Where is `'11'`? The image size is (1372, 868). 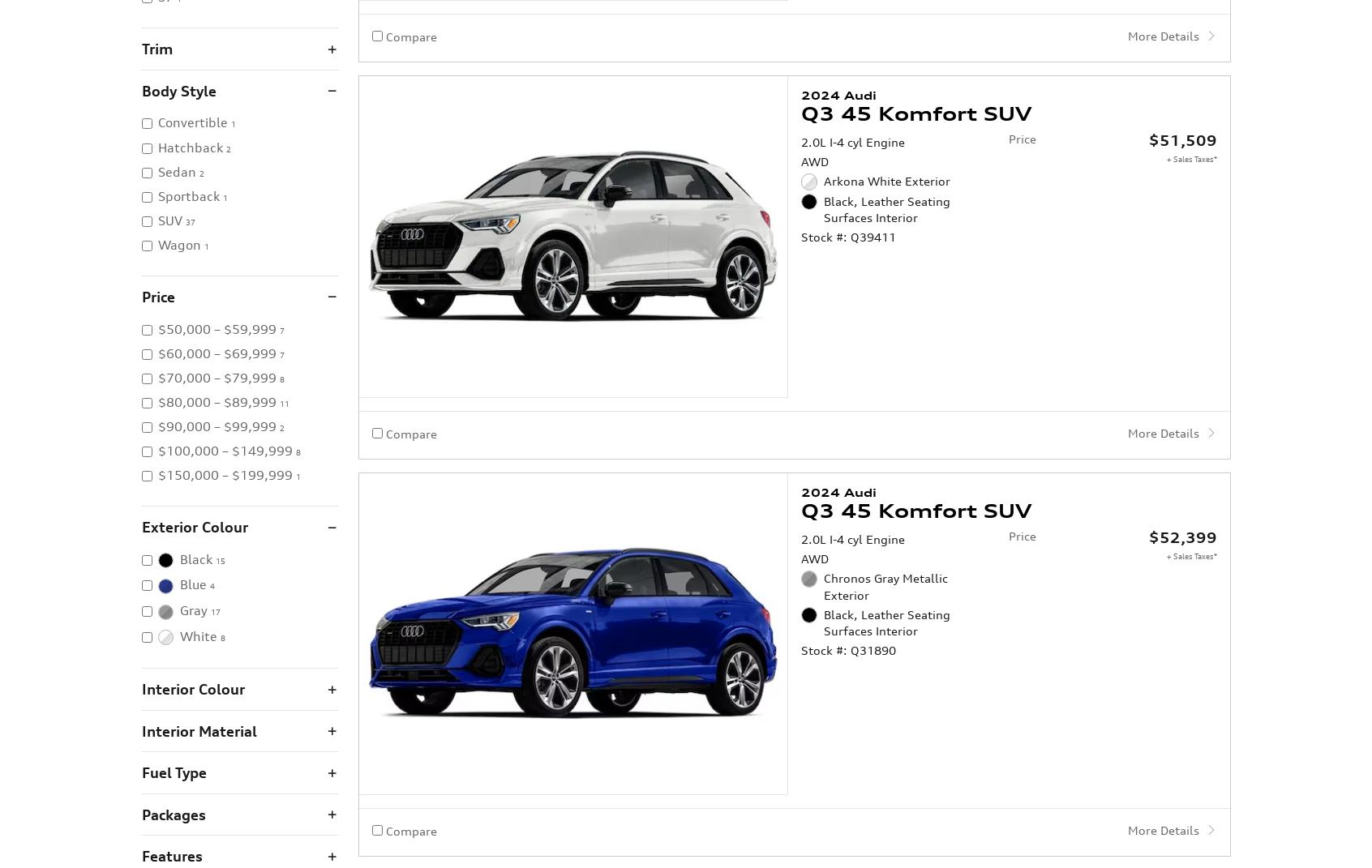
'11' is located at coordinates (278, 402).